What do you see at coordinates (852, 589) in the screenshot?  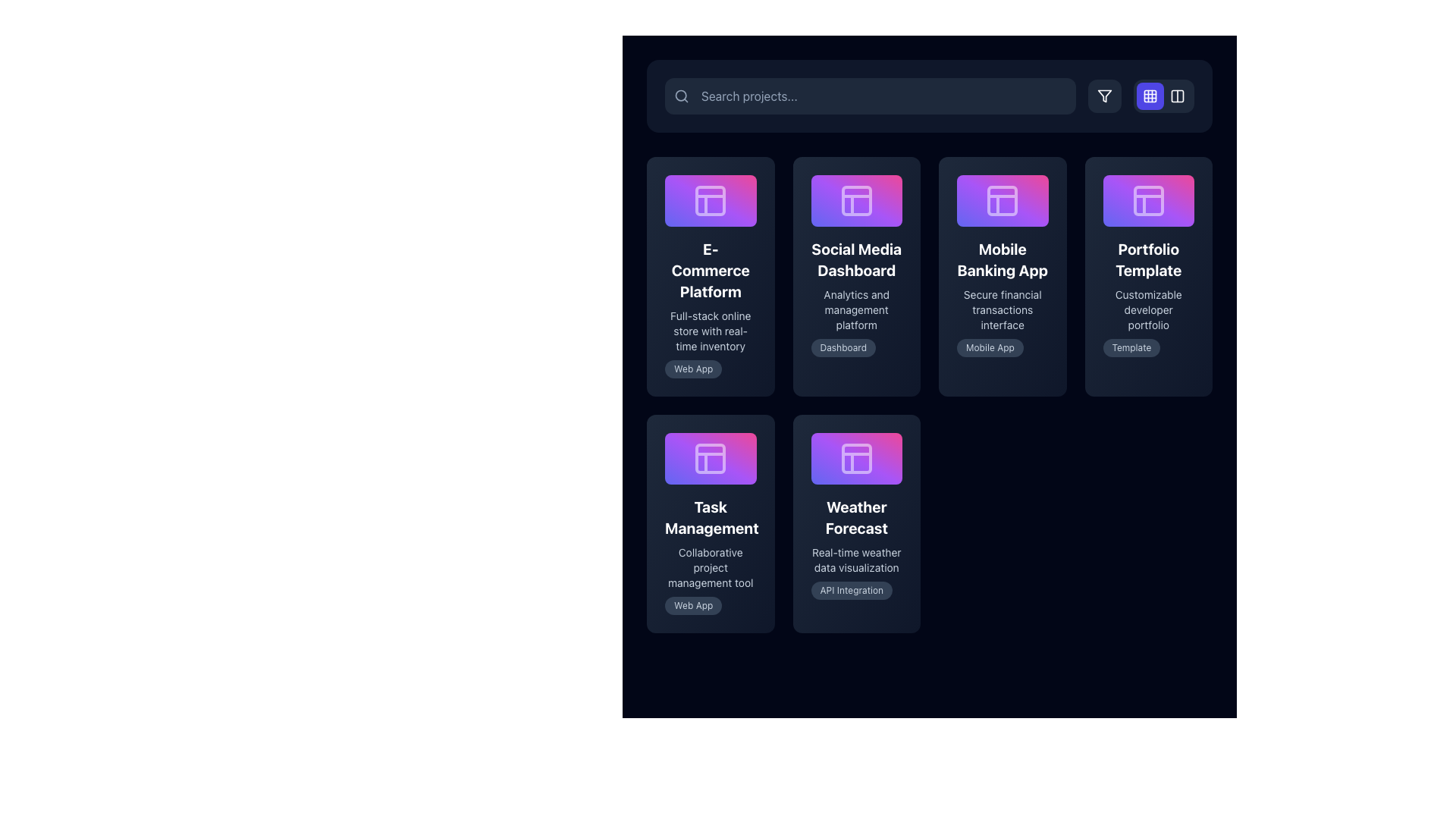 I see `the pill-shaped tag labeled 'API Integration' with a dark slate background` at bounding box center [852, 589].